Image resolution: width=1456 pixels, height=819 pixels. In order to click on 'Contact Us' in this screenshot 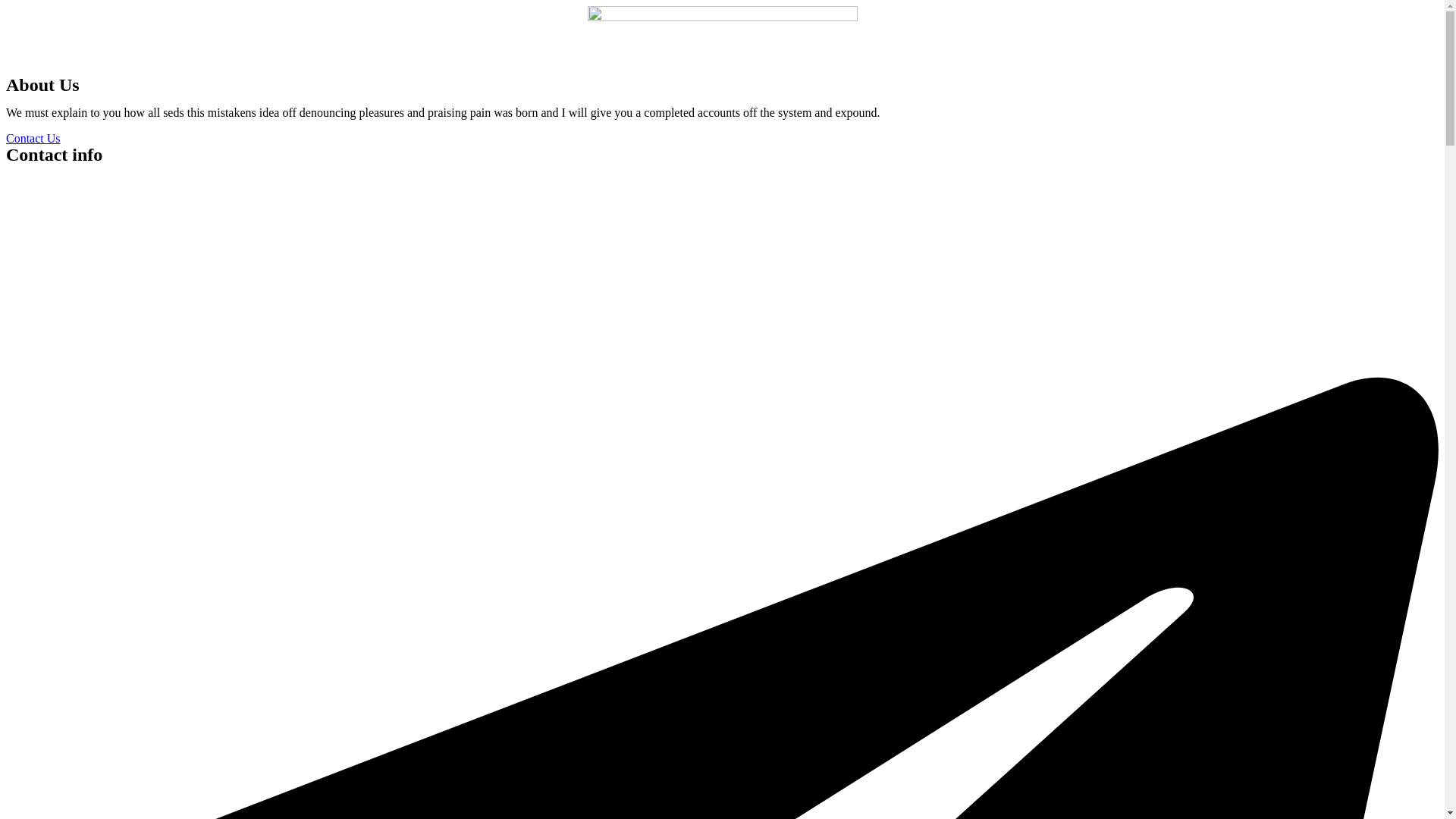, I will do `click(6, 138)`.